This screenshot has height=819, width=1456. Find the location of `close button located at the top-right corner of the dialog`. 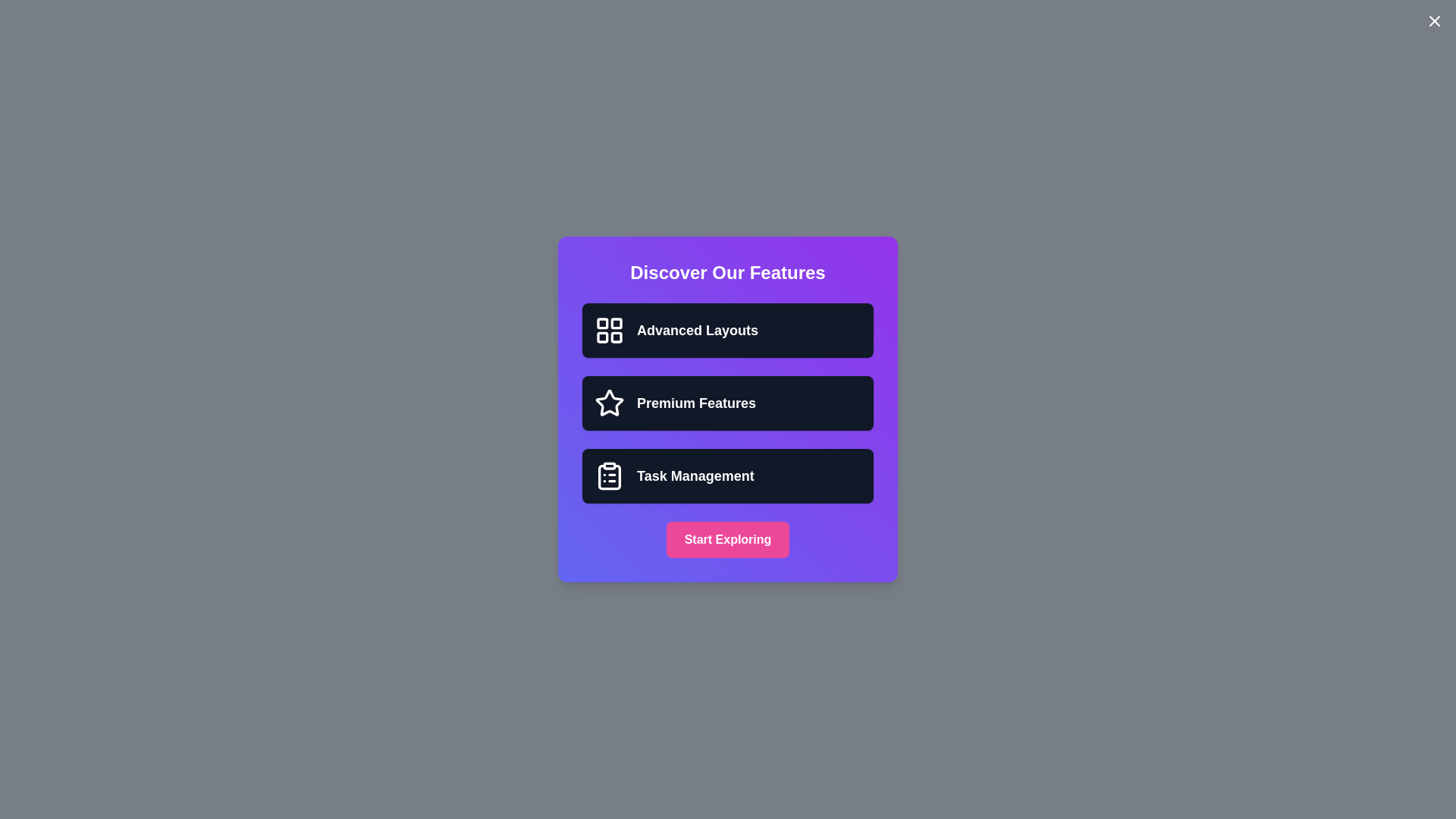

close button located at the top-right corner of the dialog is located at coordinates (1433, 20).